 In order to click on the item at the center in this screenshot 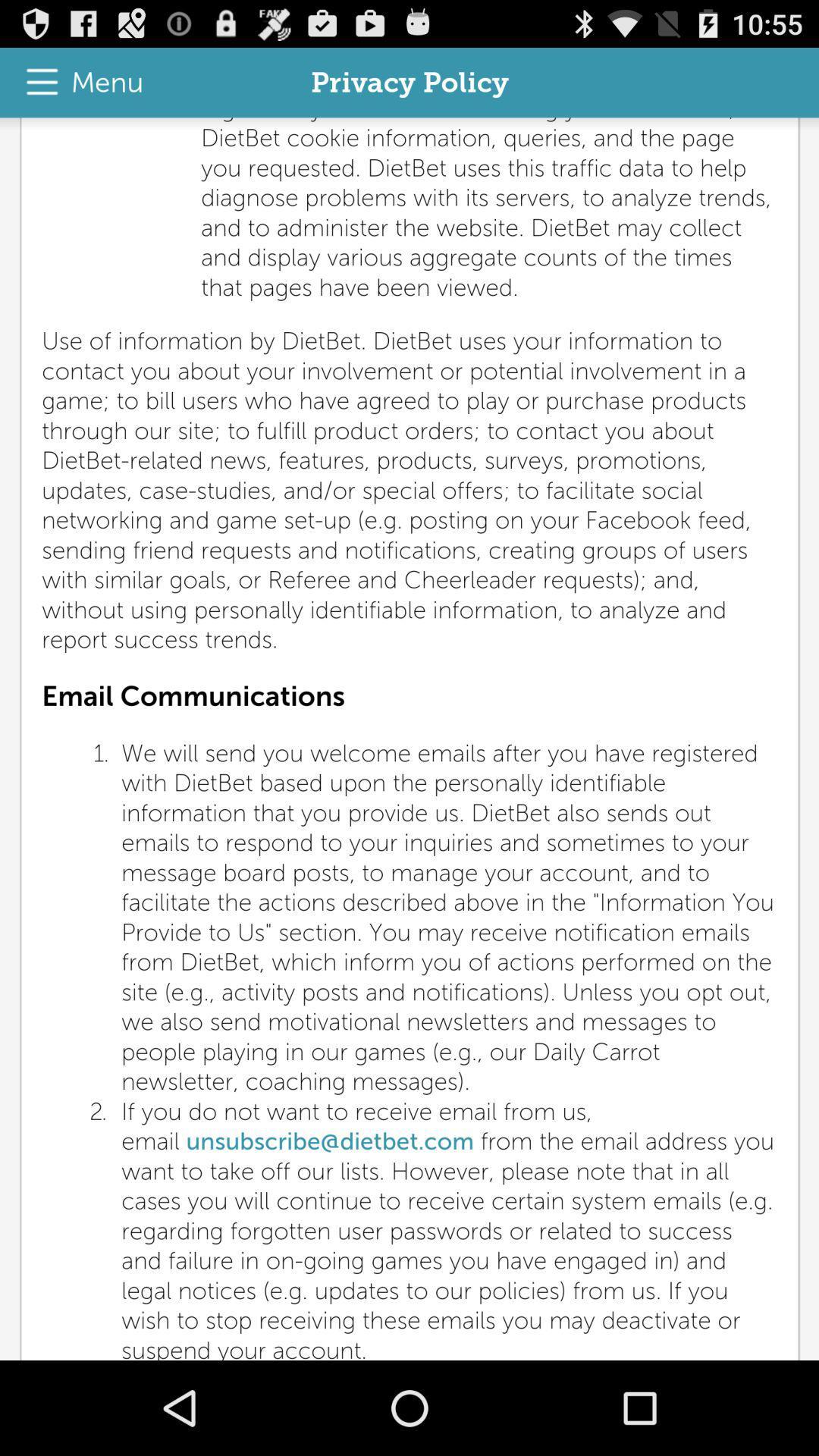, I will do `click(409, 739)`.